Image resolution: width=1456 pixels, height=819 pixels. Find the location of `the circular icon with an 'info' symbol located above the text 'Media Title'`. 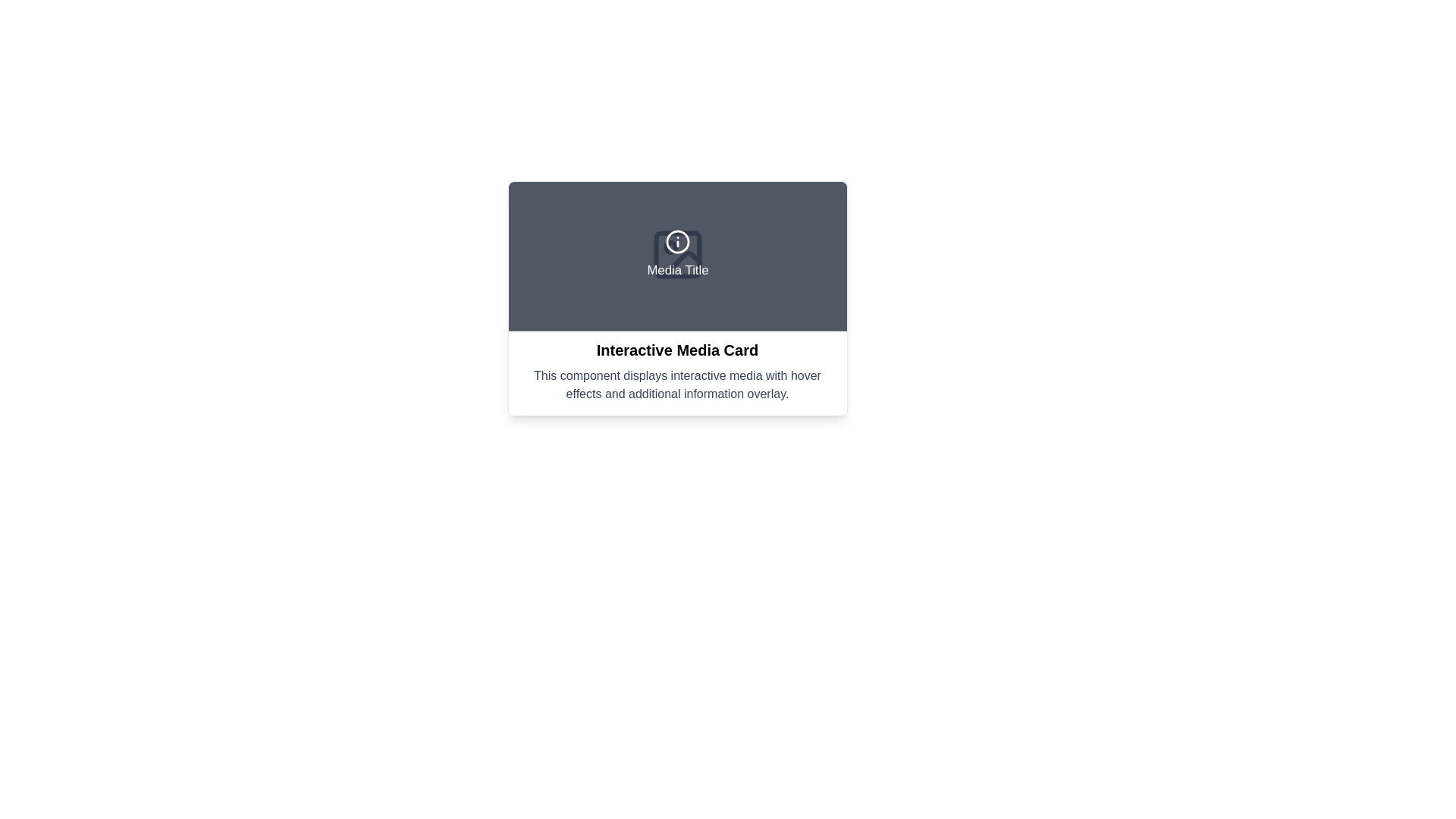

the circular icon with an 'info' symbol located above the text 'Media Title' is located at coordinates (676, 241).